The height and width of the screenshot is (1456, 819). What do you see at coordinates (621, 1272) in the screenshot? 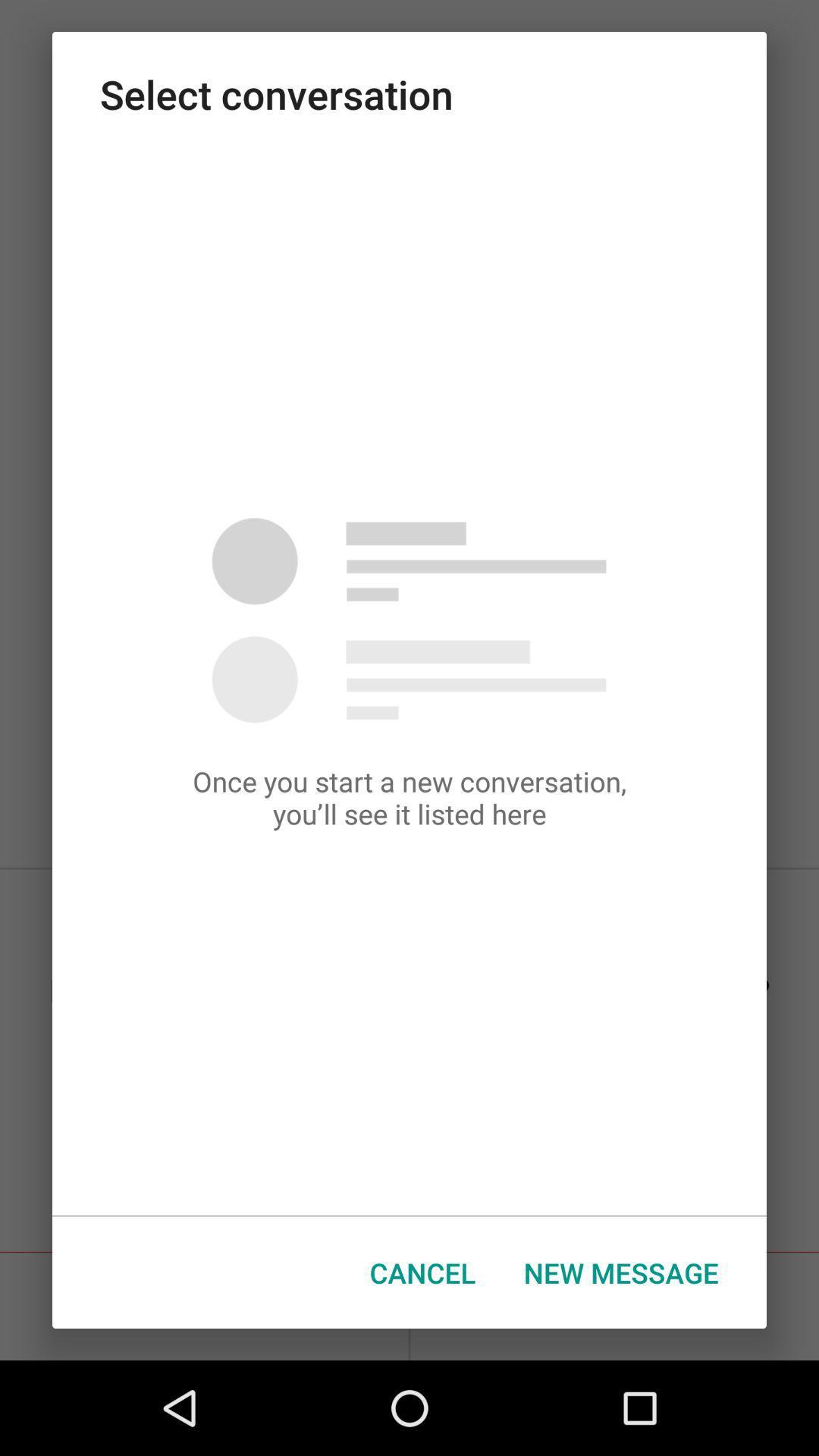
I see `item at the bottom right corner` at bounding box center [621, 1272].